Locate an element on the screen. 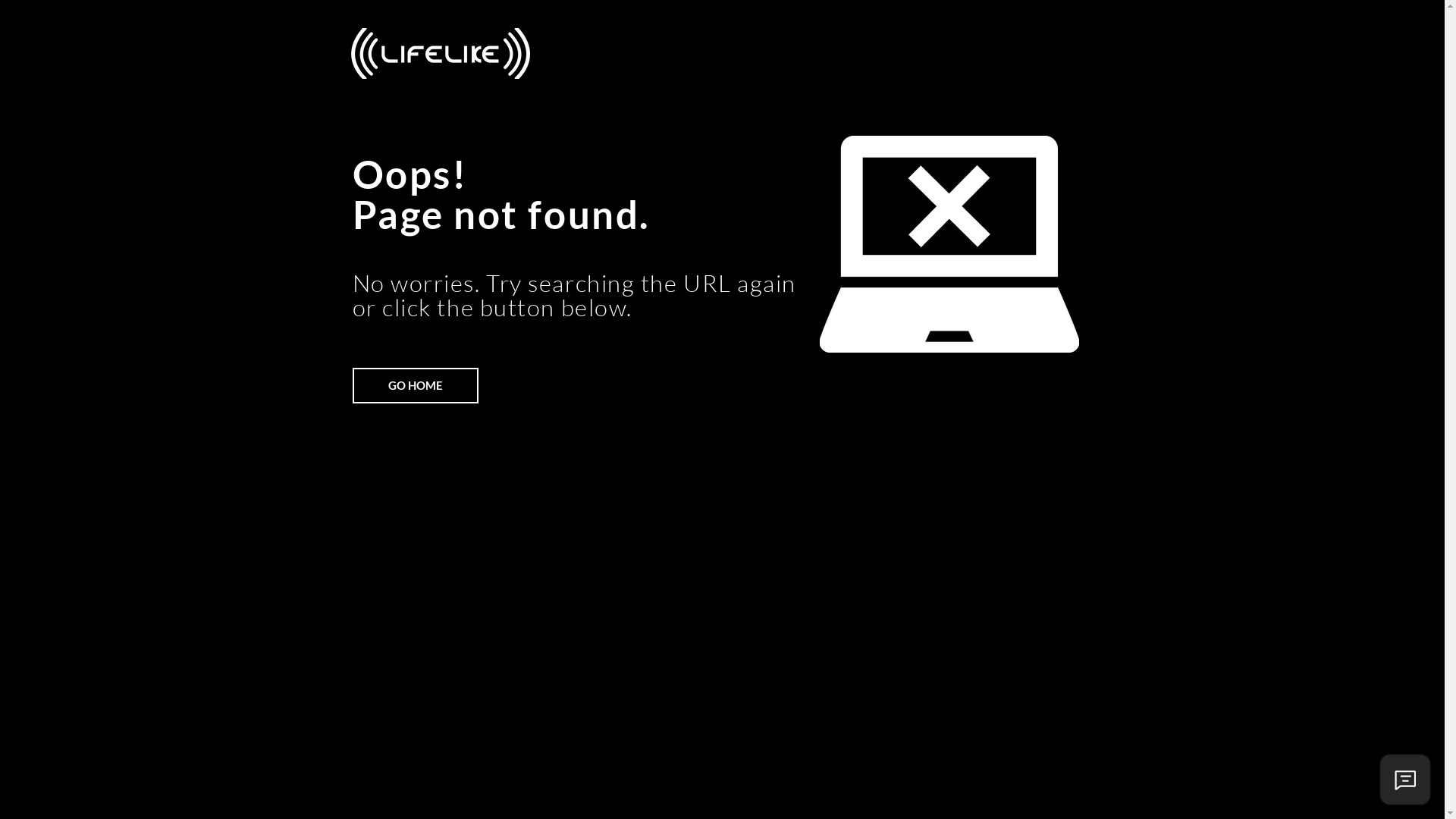  'GO HOME' is located at coordinates (415, 384).